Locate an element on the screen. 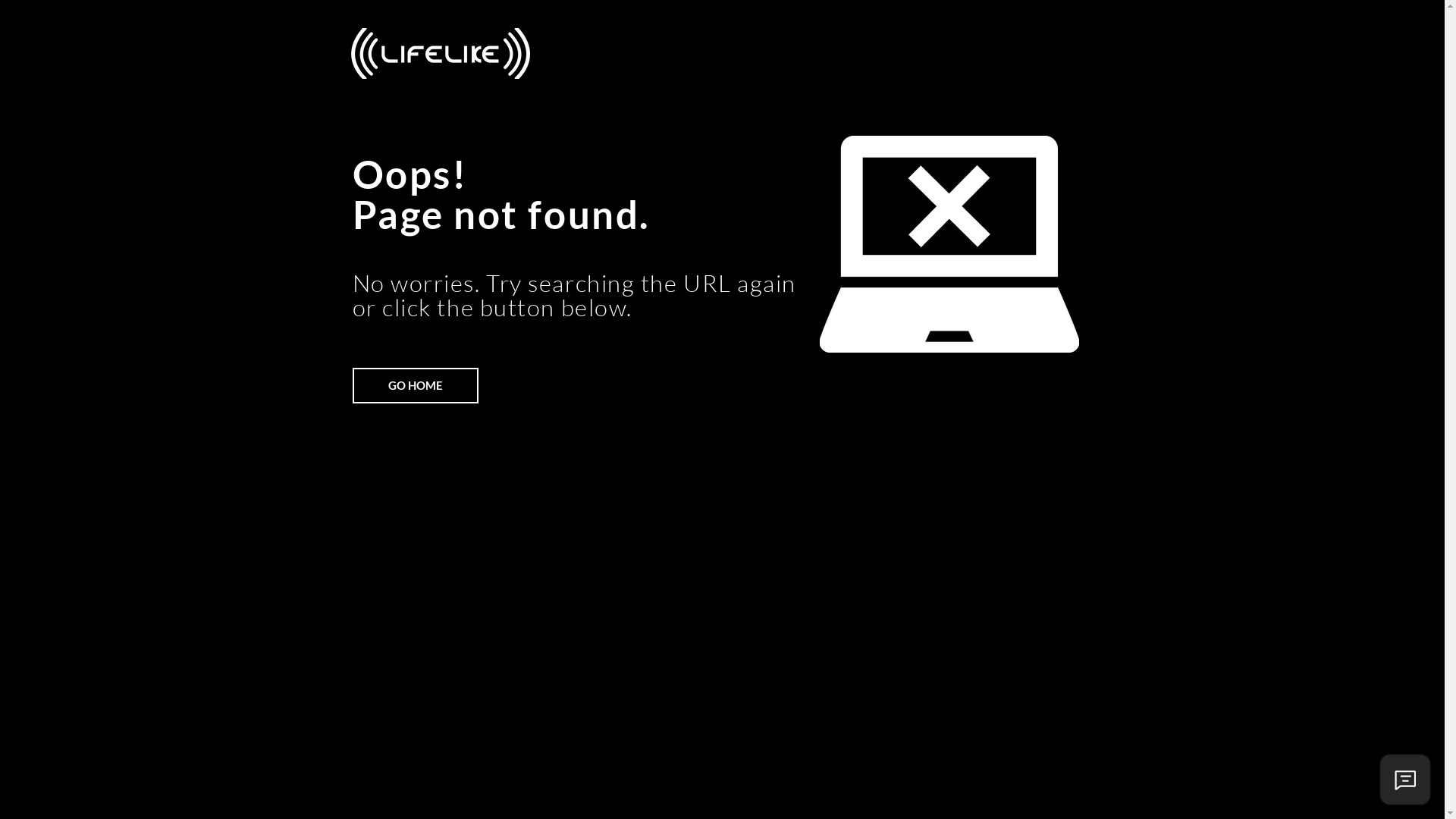  'GO HOME' is located at coordinates (415, 384).